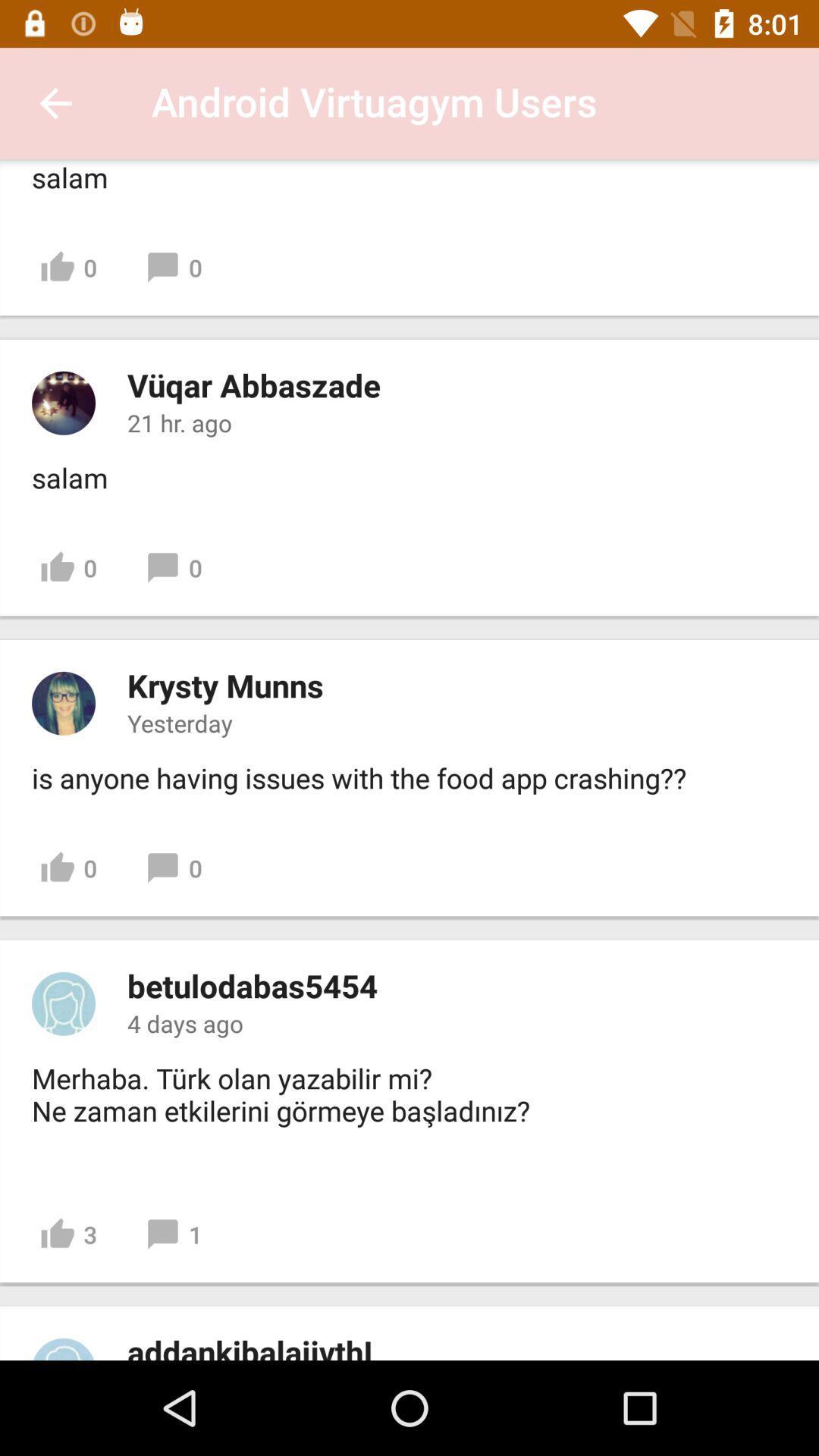 The width and height of the screenshot is (819, 1456). What do you see at coordinates (225, 684) in the screenshot?
I see `the icon above yesterday icon` at bounding box center [225, 684].